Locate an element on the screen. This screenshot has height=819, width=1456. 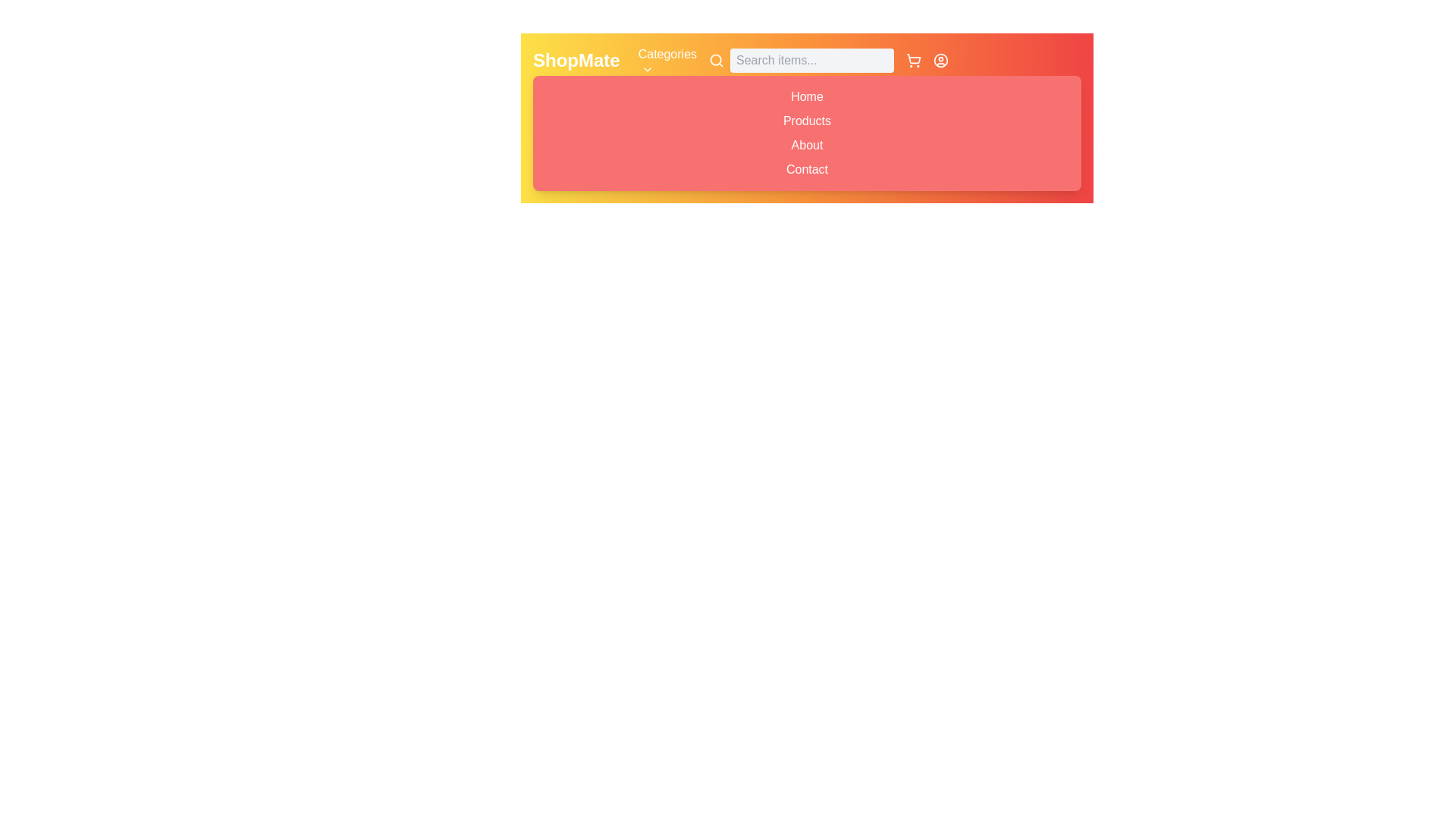
the SVG Circle that is part of the search icon located in the top header bar, positioned to the right of the 'Categories' button and left of the search input field is located at coordinates (715, 59).